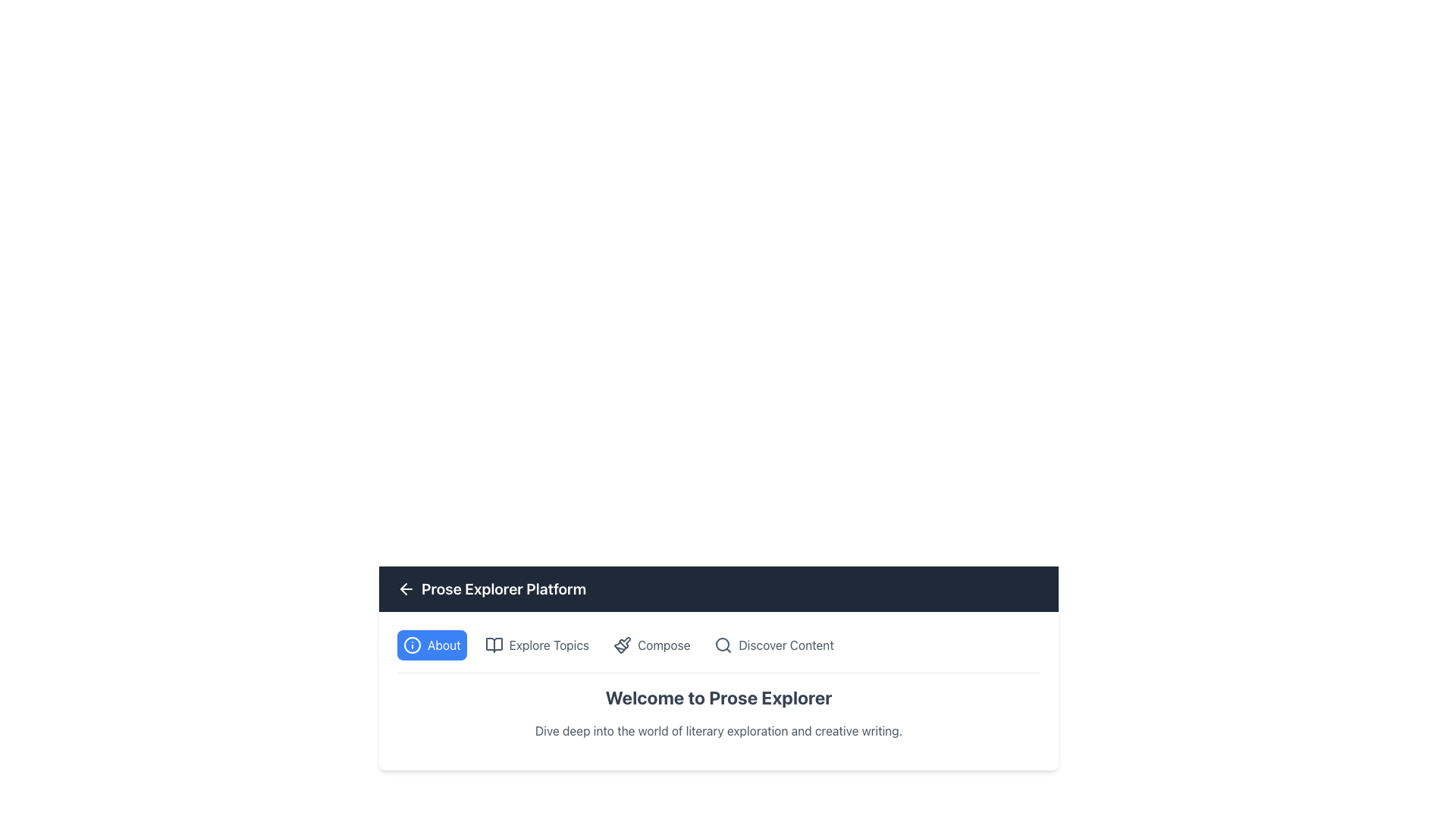 This screenshot has height=819, width=1456. Describe the element at coordinates (494, 645) in the screenshot. I see `the SVG icon located next to the 'Explore Topics' label in the navigation bar` at that location.